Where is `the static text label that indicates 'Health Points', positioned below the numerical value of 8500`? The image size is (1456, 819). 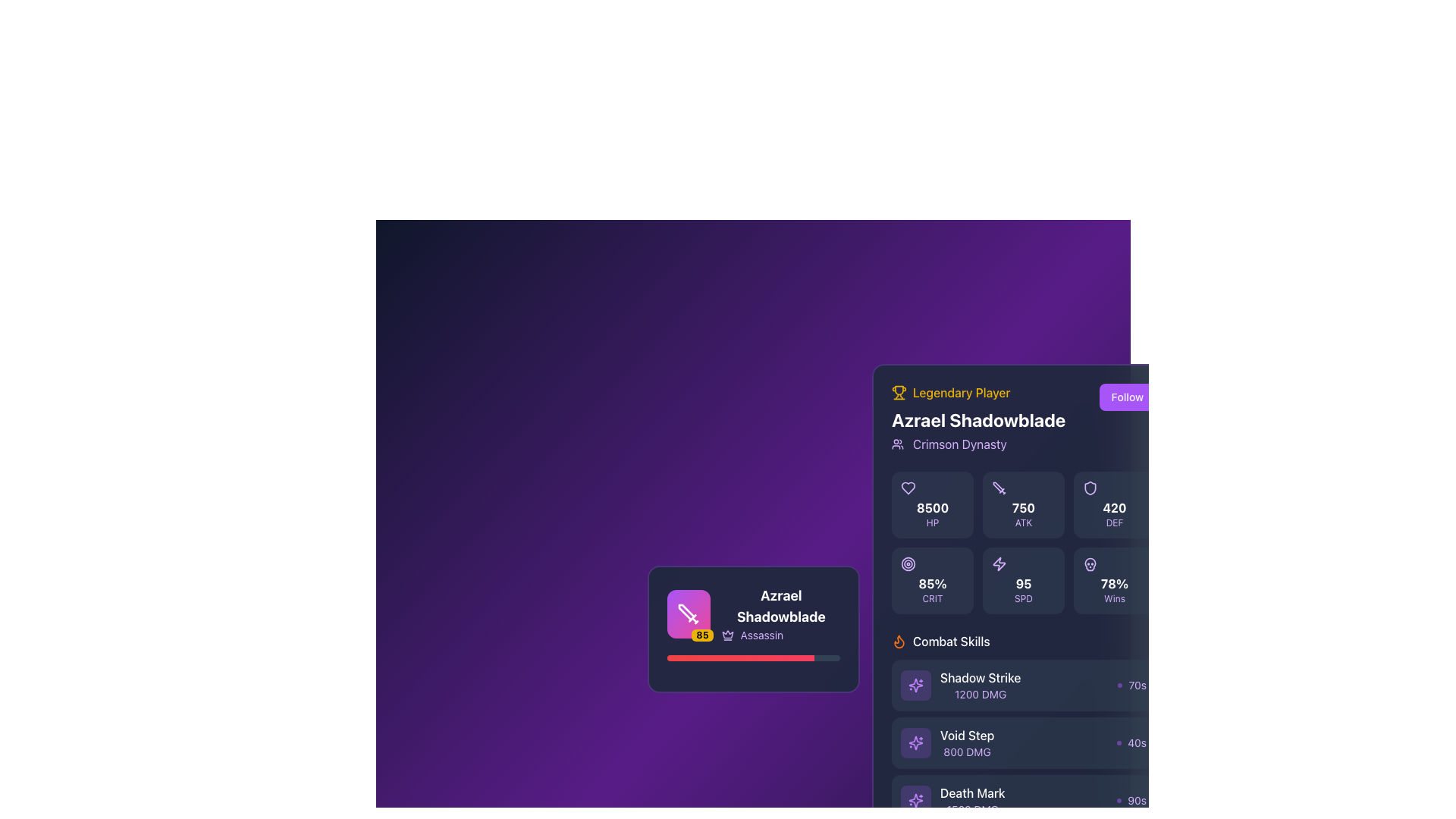
the static text label that indicates 'Health Points', positioned below the numerical value of 8500 is located at coordinates (931, 522).